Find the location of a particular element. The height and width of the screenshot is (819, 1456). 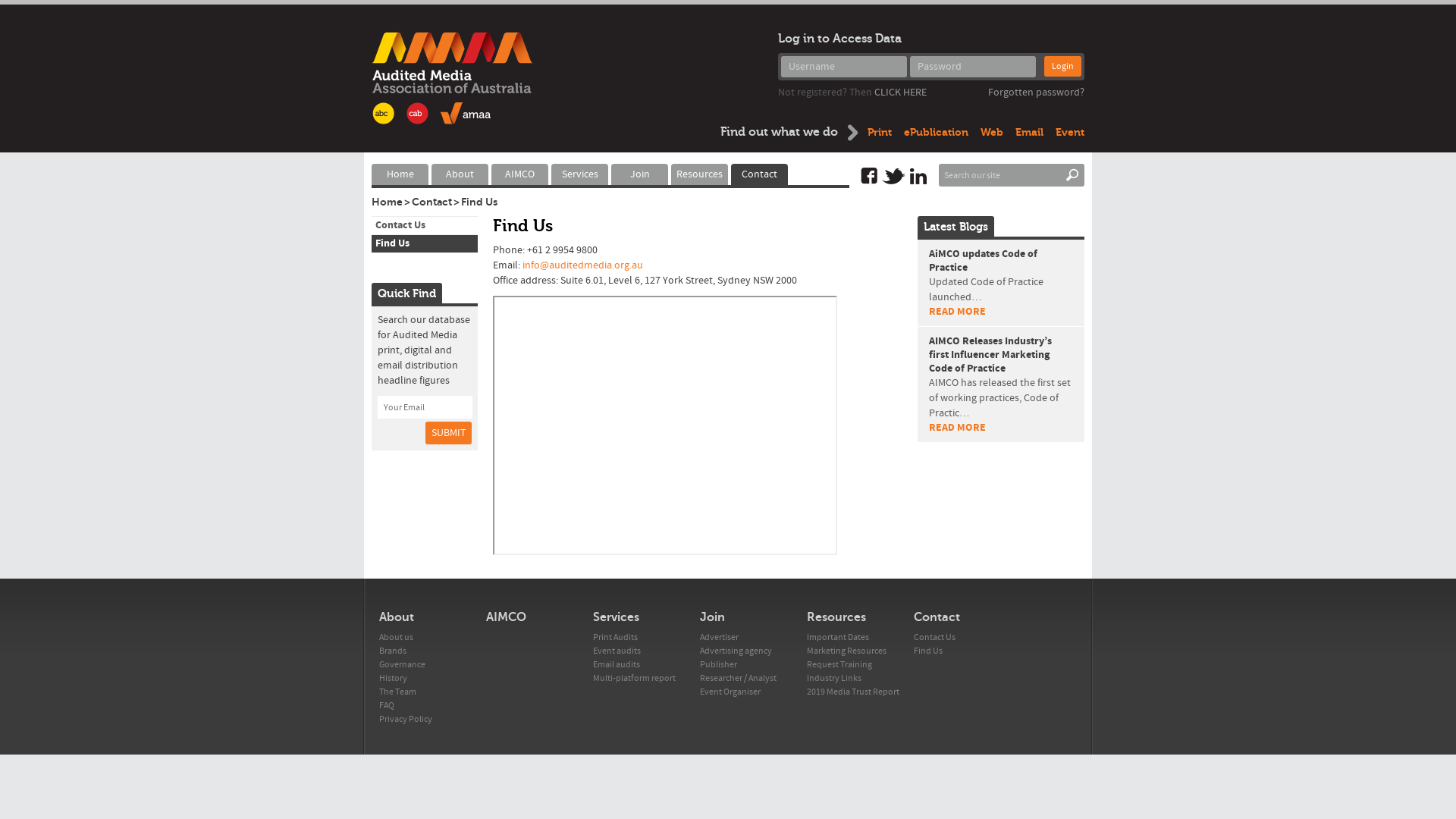

'Advertising agency' is located at coordinates (698, 650).